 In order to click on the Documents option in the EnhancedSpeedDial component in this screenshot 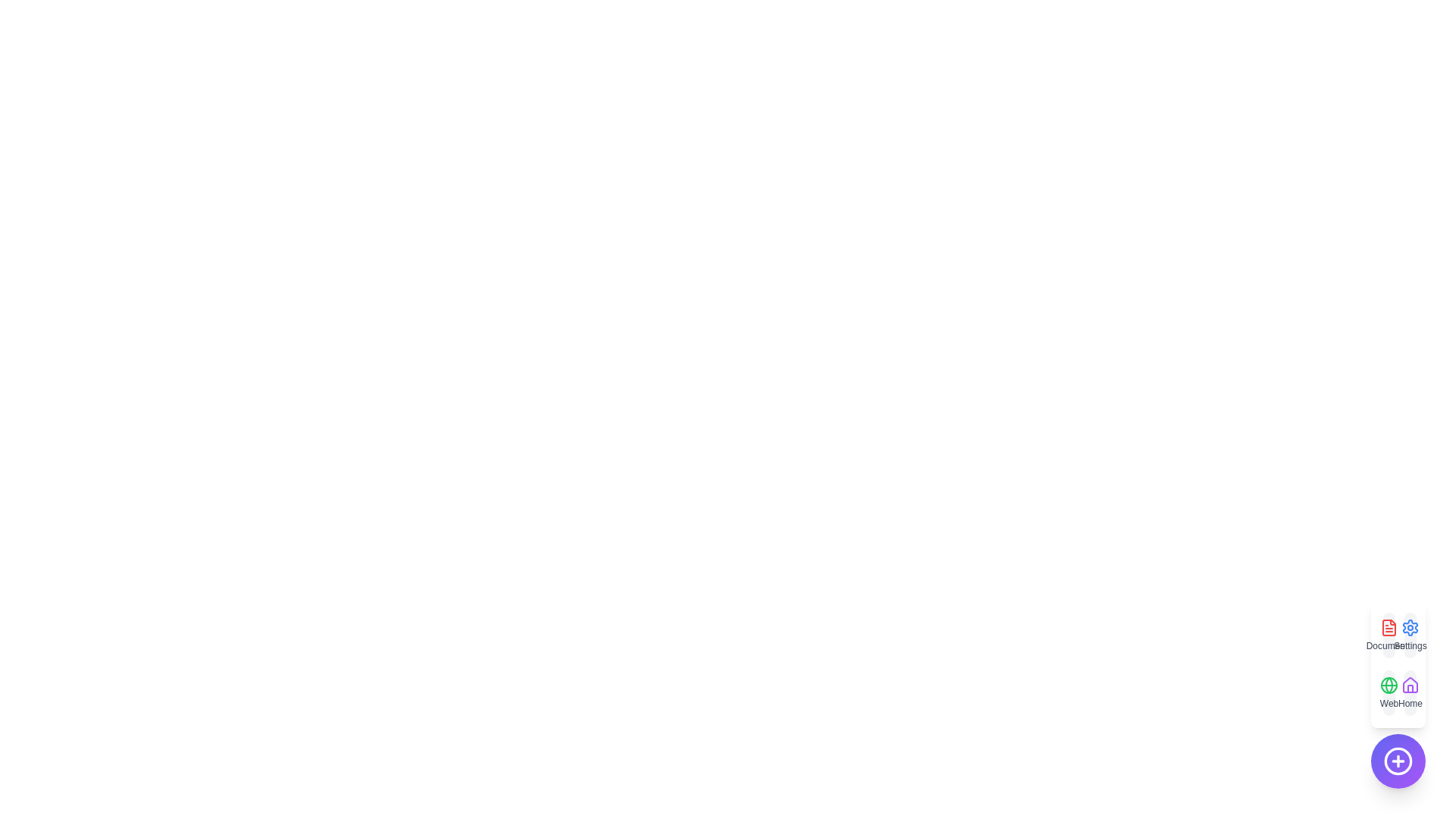, I will do `click(1389, 635)`.